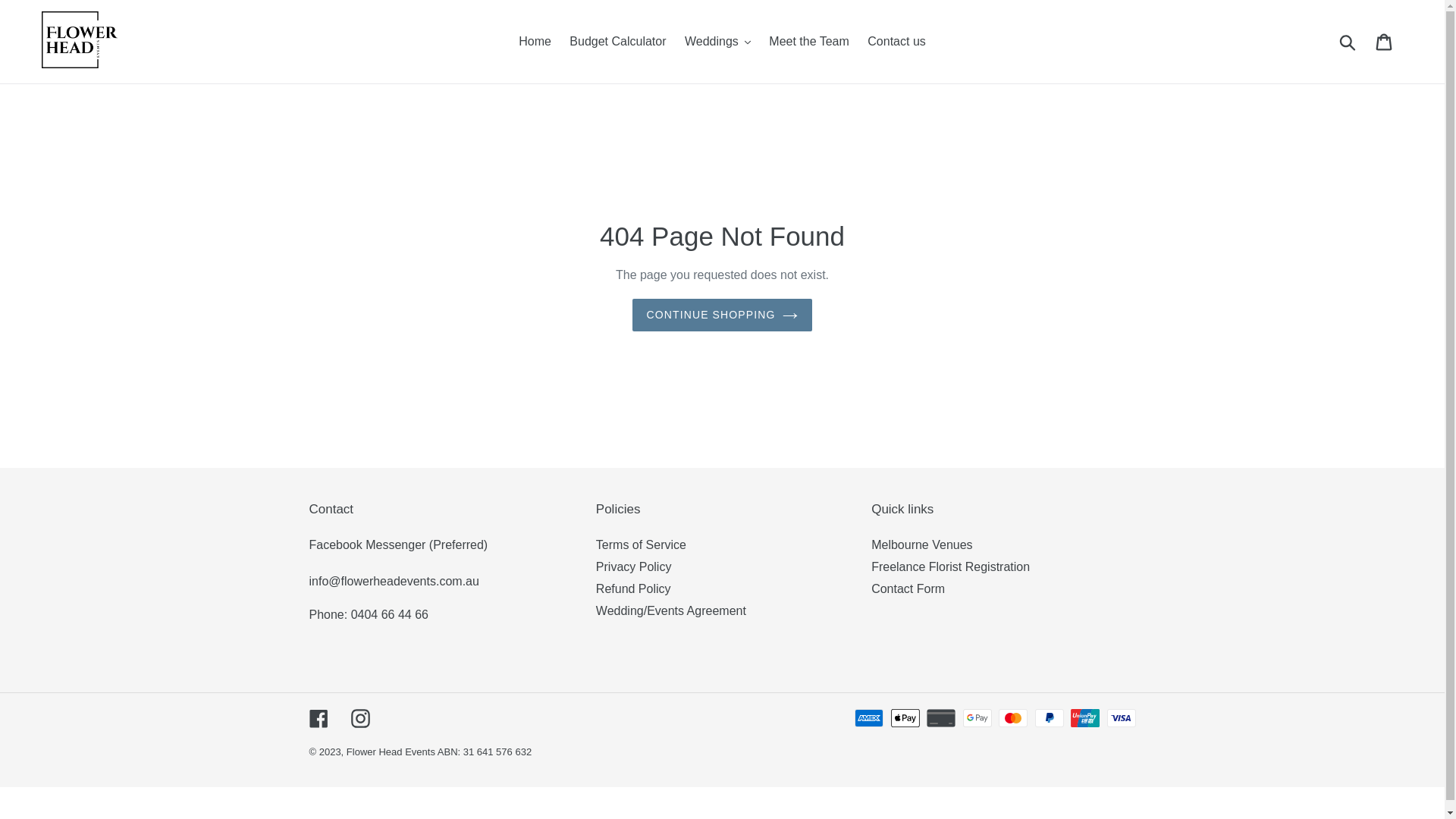 Image resolution: width=1456 pixels, height=819 pixels. What do you see at coordinates (399, 544) in the screenshot?
I see `'Facebook Messenger (Preferred)'` at bounding box center [399, 544].